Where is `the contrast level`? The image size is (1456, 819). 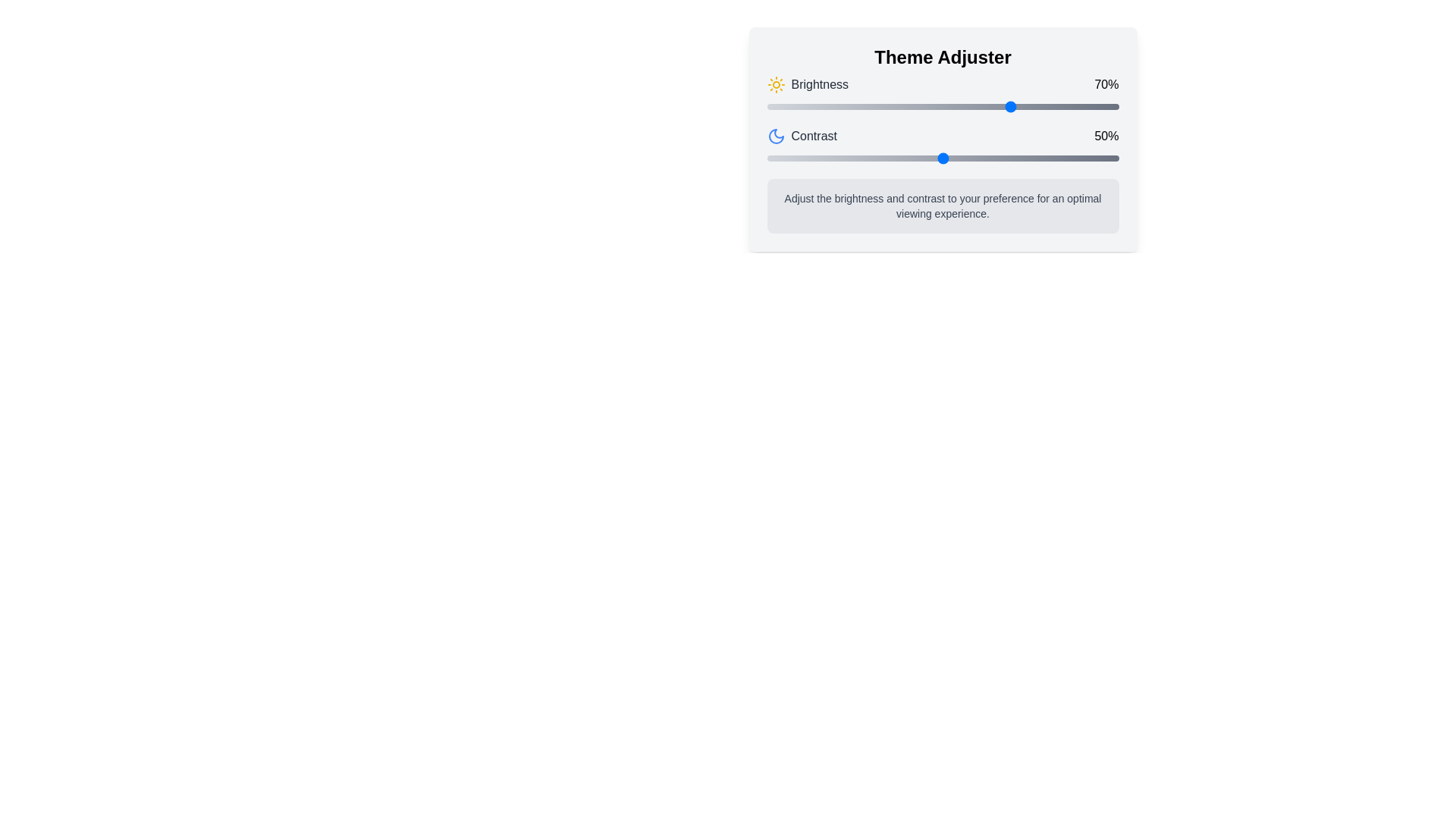 the contrast level is located at coordinates (942, 158).